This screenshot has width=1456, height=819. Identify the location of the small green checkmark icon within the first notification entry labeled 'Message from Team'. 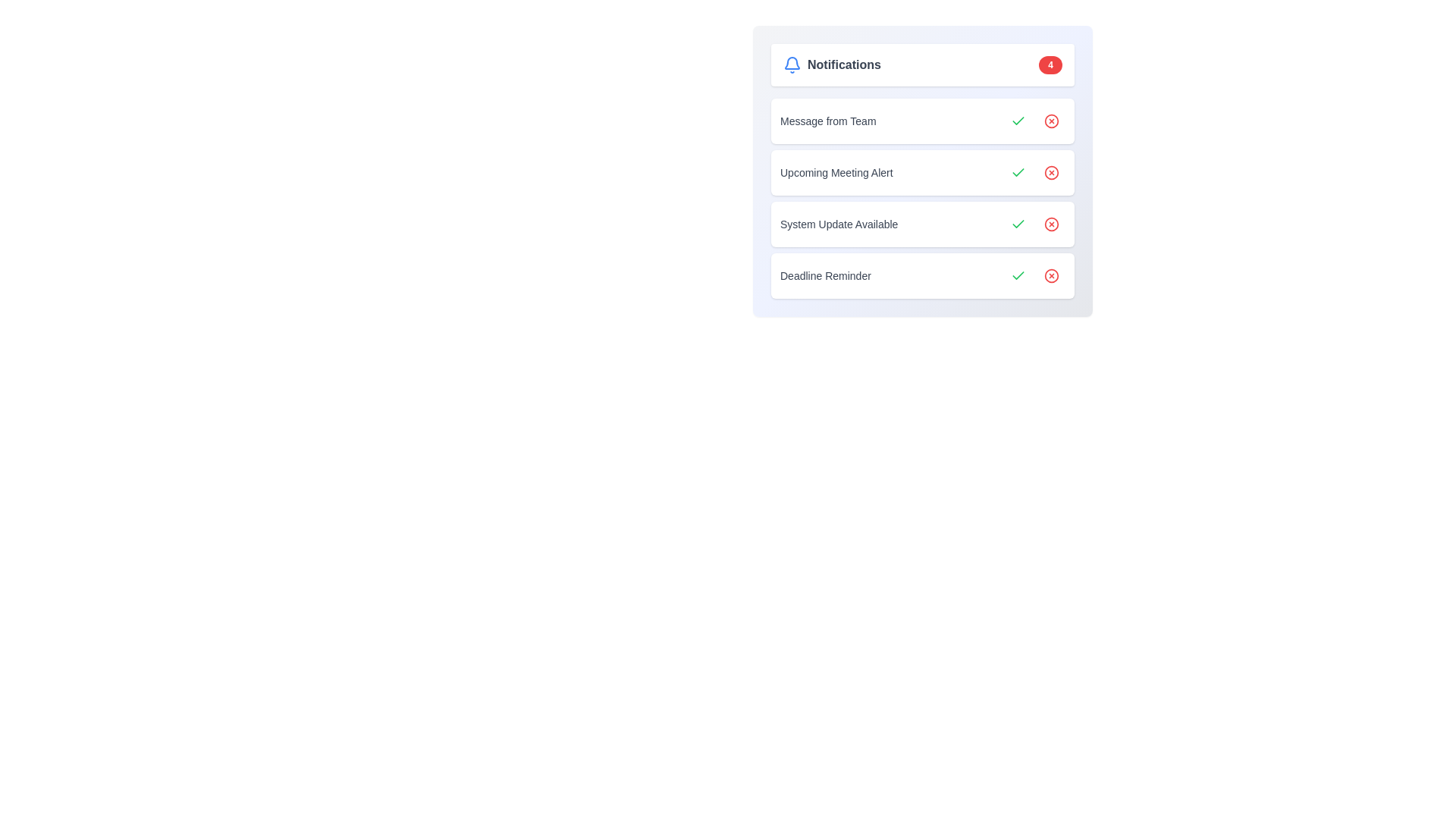
(1018, 120).